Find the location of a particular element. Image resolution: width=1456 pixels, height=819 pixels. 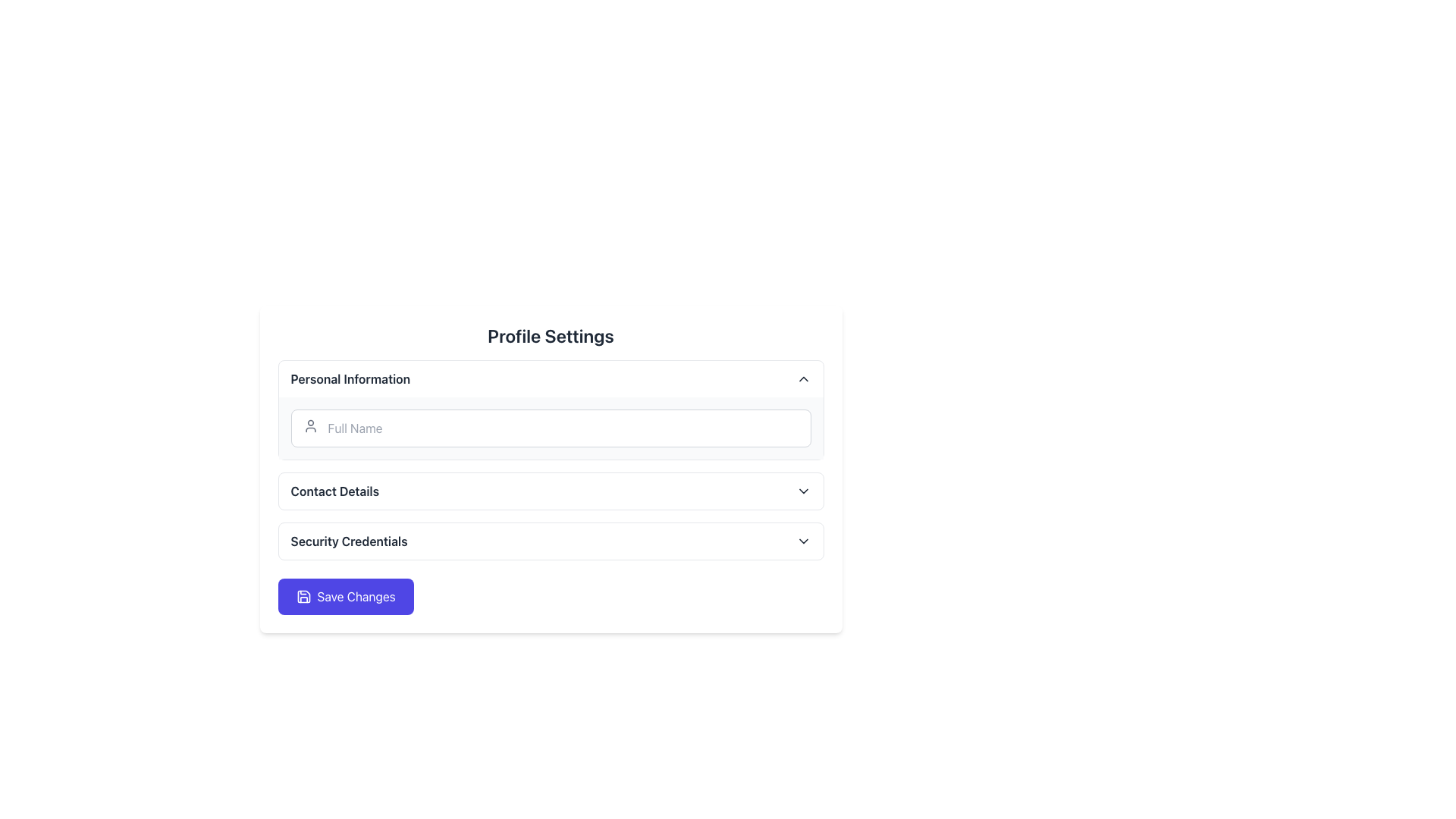

the downward-pointing chevron icon located at the far right of the 'Contact Details' header is located at coordinates (802, 491).